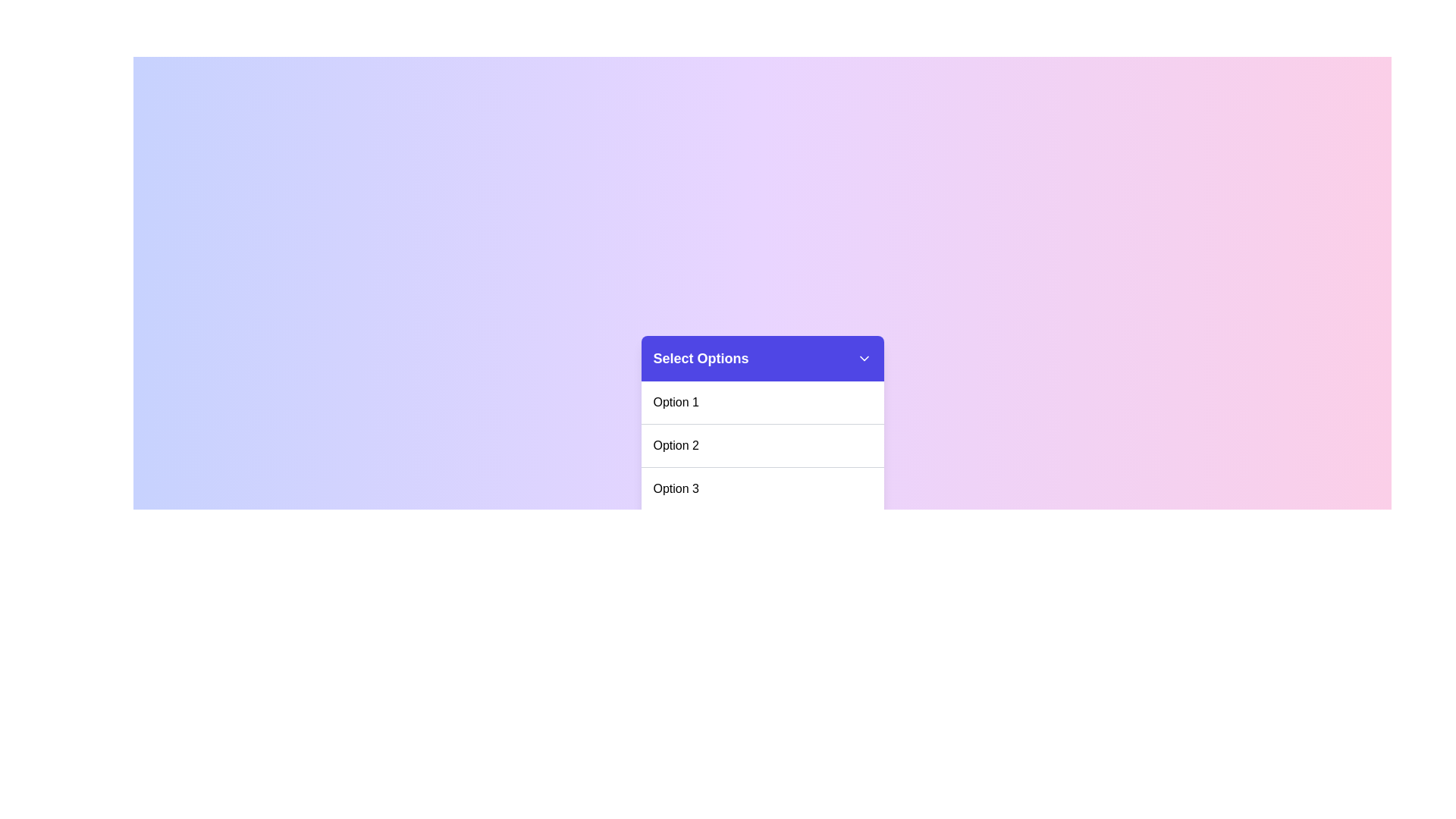 The height and width of the screenshot is (819, 1456). What do you see at coordinates (762, 402) in the screenshot?
I see `the first item in the dropdown menu labeled 'Option 1'` at bounding box center [762, 402].